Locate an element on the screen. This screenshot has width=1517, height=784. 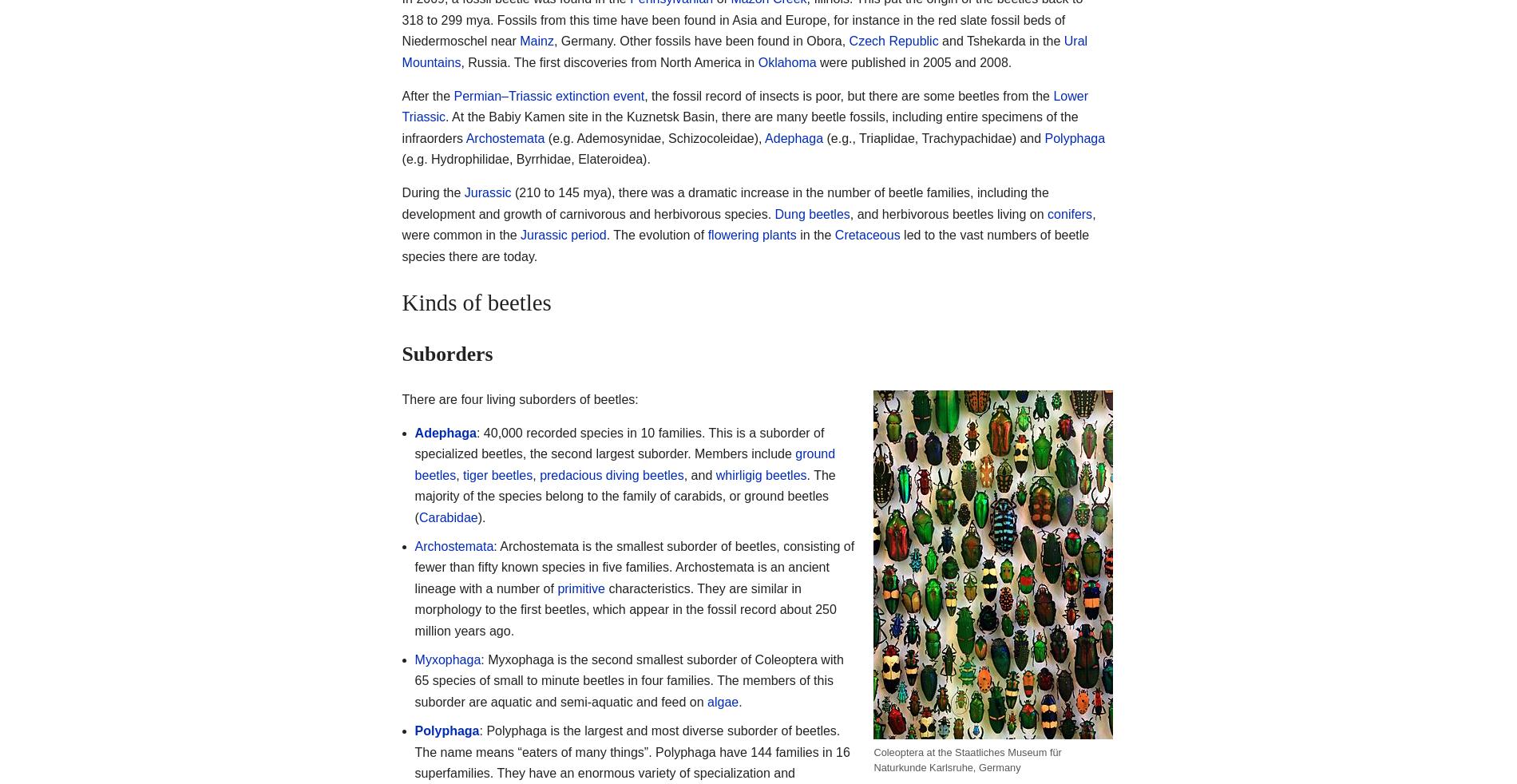
'(e.g., Triaplidae, Trachypachidae) and' is located at coordinates (933, 137).